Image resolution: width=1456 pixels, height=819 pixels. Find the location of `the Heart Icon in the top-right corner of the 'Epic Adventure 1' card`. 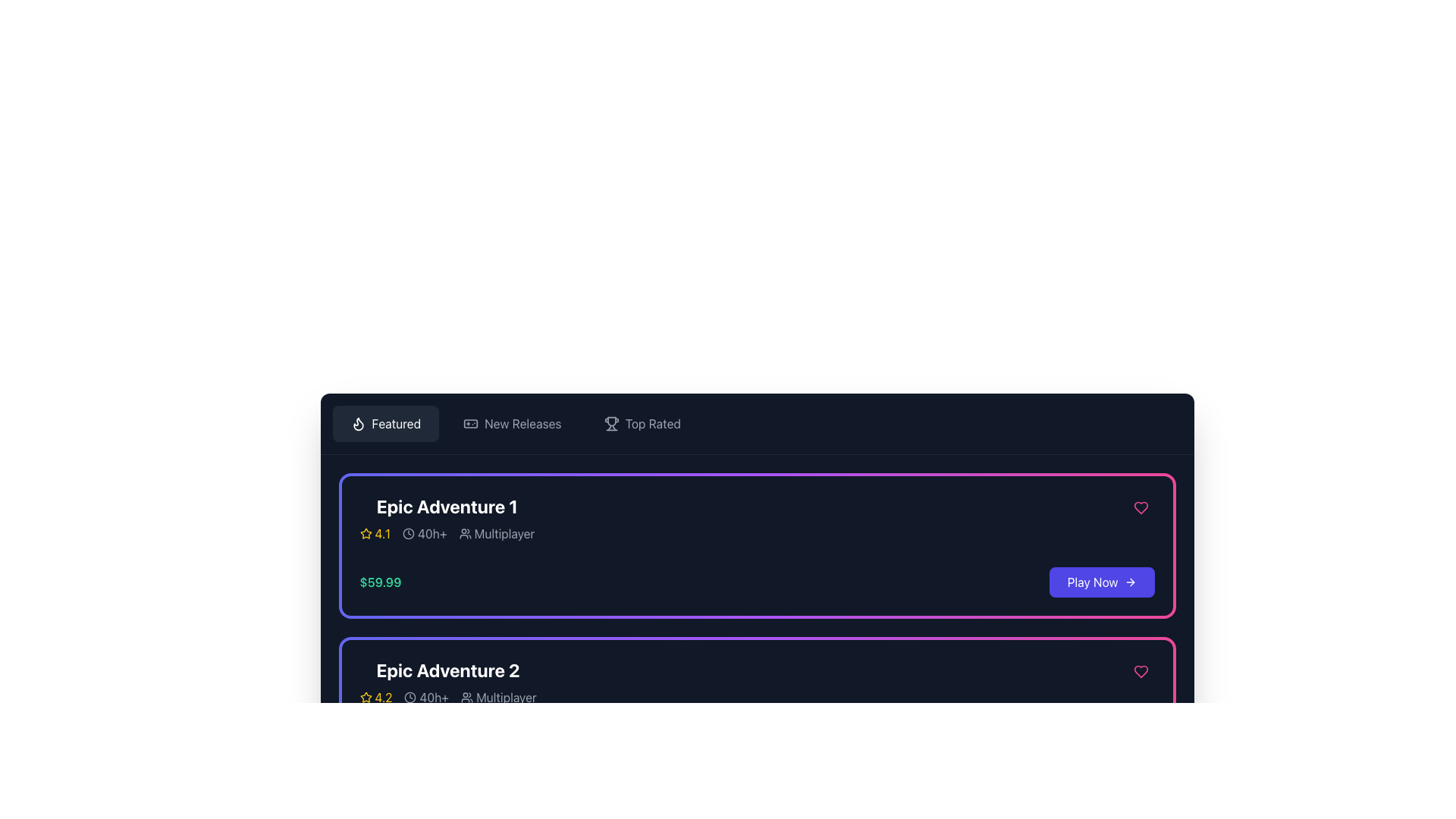

the Heart Icon in the top-right corner of the 'Epic Adventure 1' card is located at coordinates (1141, 671).